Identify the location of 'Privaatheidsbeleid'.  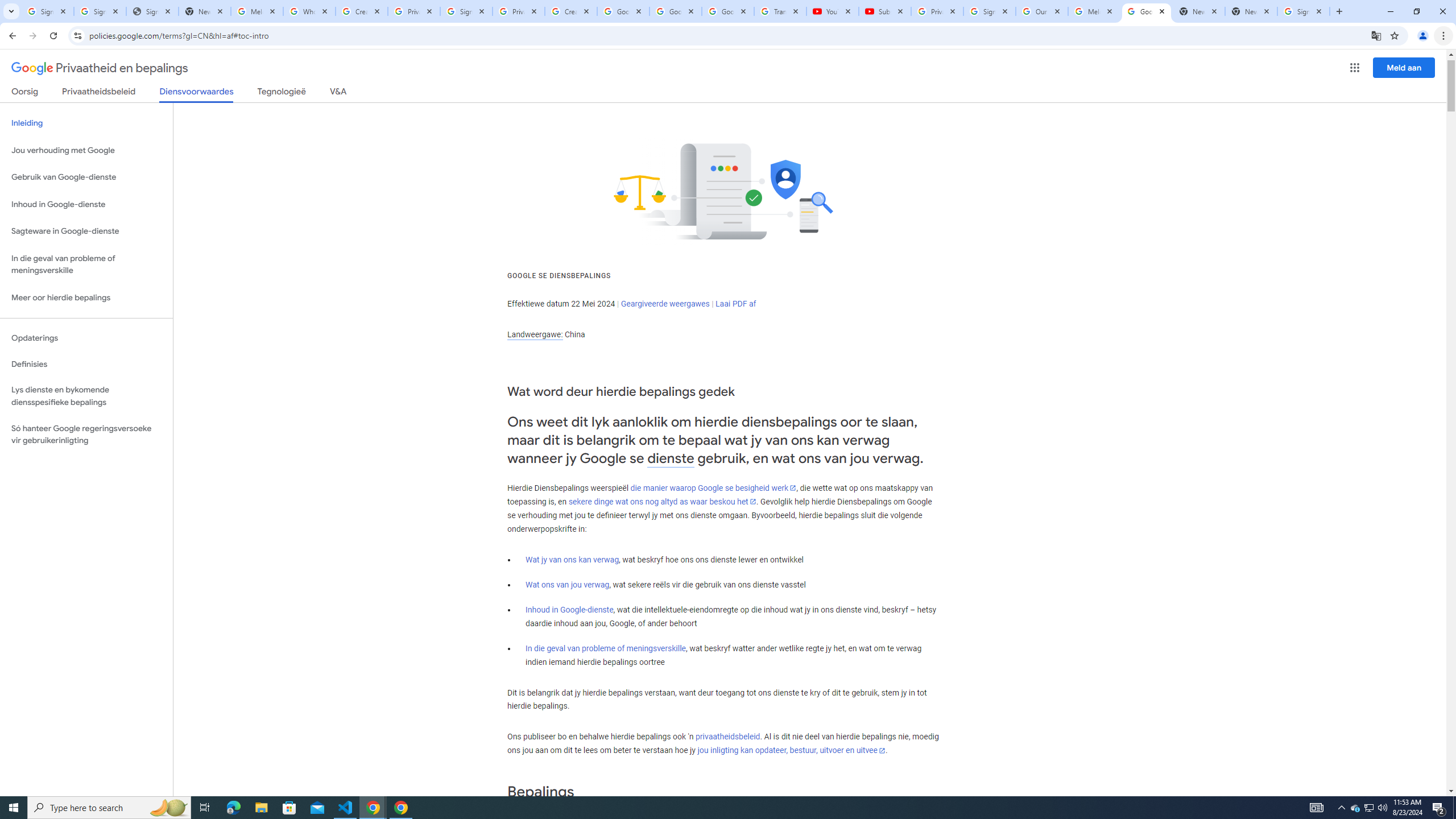
(99, 93).